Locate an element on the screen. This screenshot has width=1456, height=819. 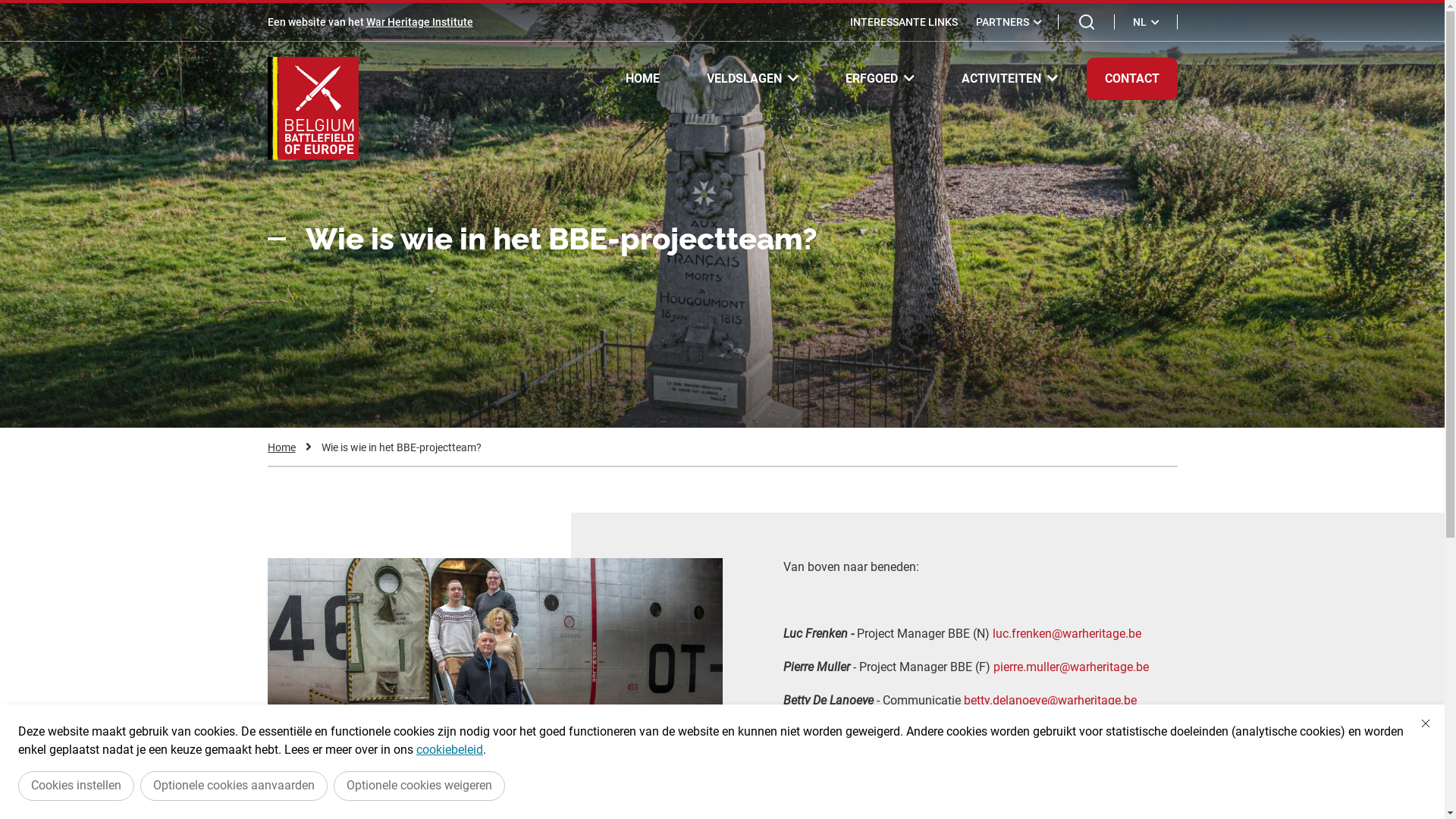
'Optionele cookies aanvaarden' is located at coordinates (233, 785).